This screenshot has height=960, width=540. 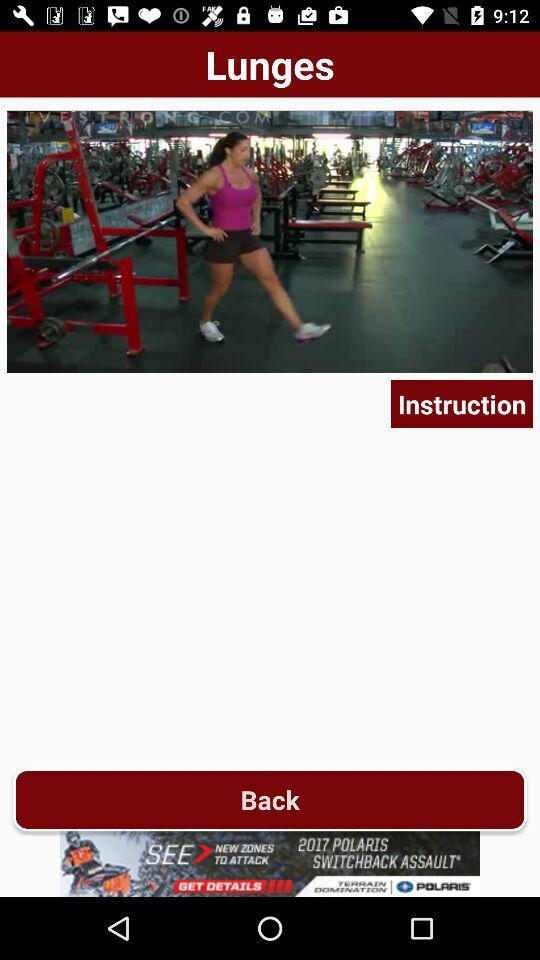 What do you see at coordinates (270, 863) in the screenshot?
I see `open advertisement` at bounding box center [270, 863].